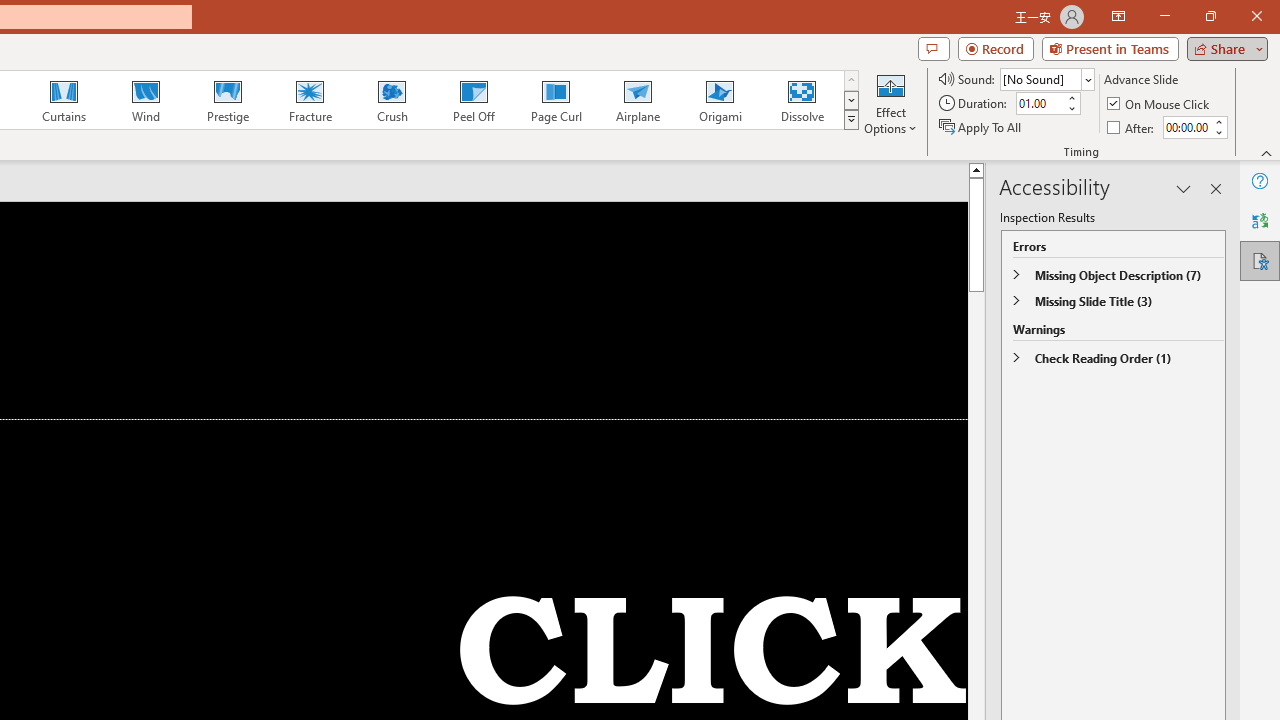  Describe the element at coordinates (1184, 189) in the screenshot. I see `'Task Pane Options'` at that location.